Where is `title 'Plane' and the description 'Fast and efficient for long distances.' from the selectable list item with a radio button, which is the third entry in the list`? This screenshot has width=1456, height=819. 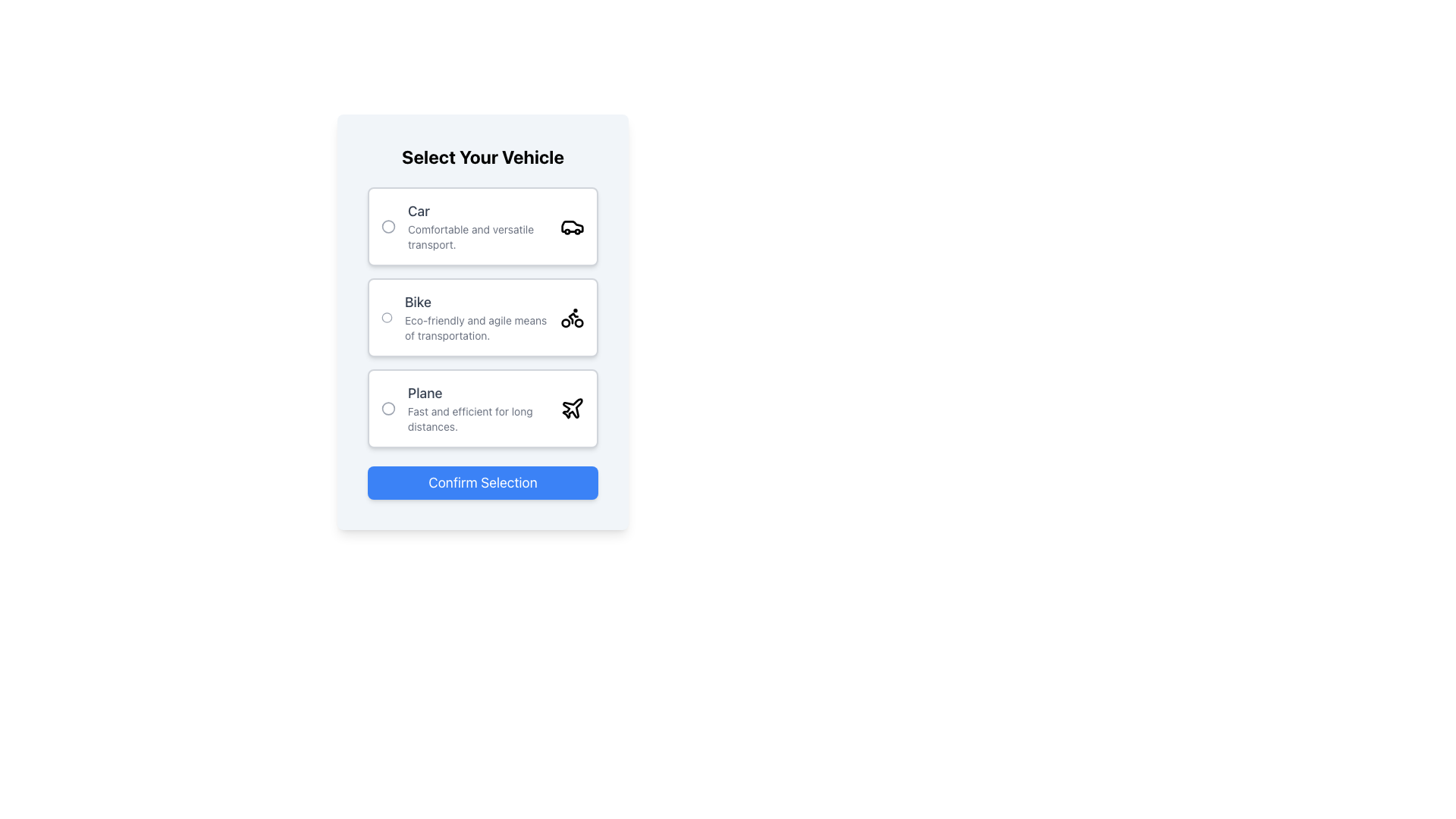 title 'Plane' and the description 'Fast and efficient for long distances.' from the selectable list item with a radio button, which is the third entry in the list is located at coordinates (482, 408).